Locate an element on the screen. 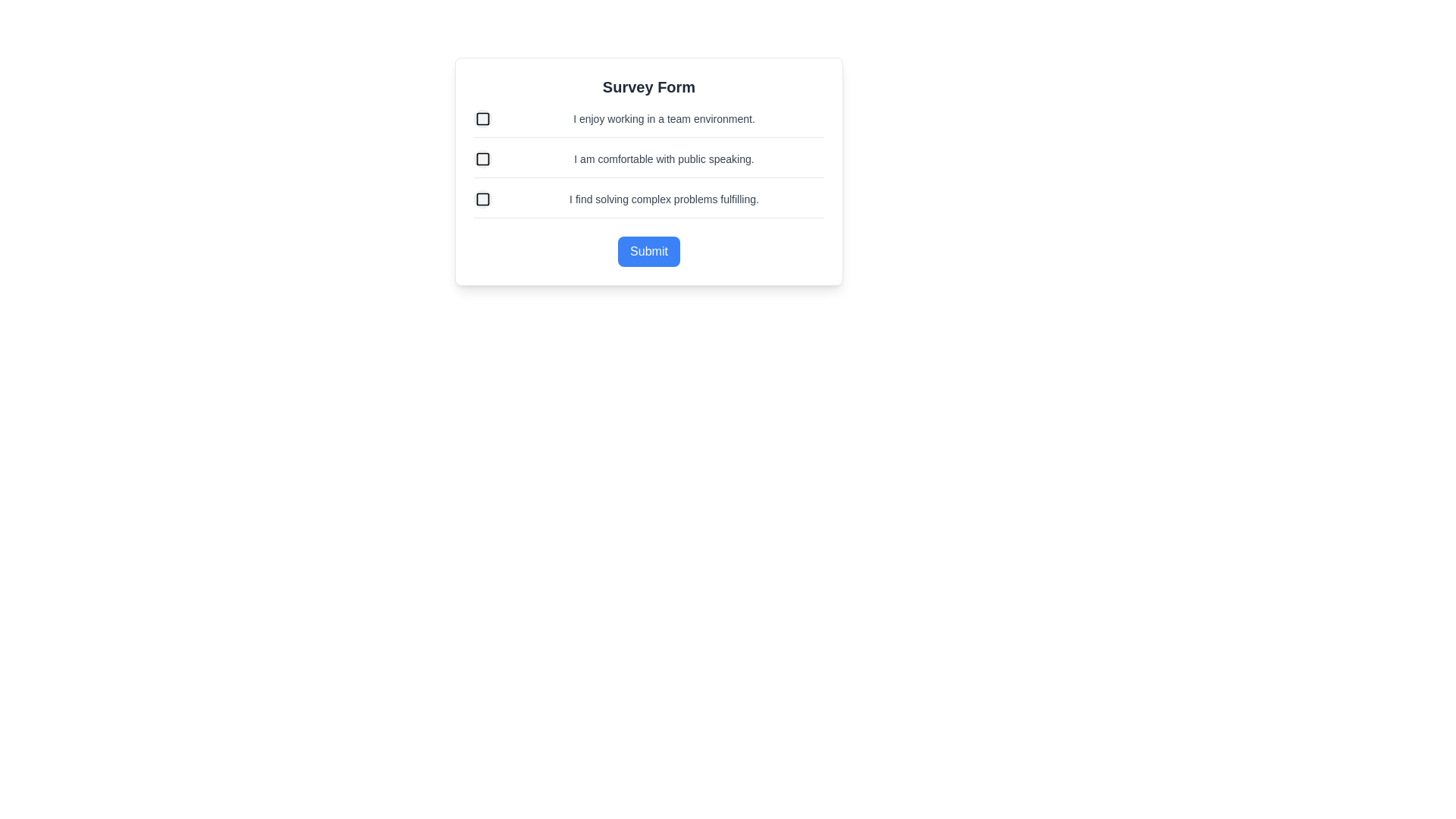 This screenshot has width=1456, height=819. the checkbox is located at coordinates (648, 122).